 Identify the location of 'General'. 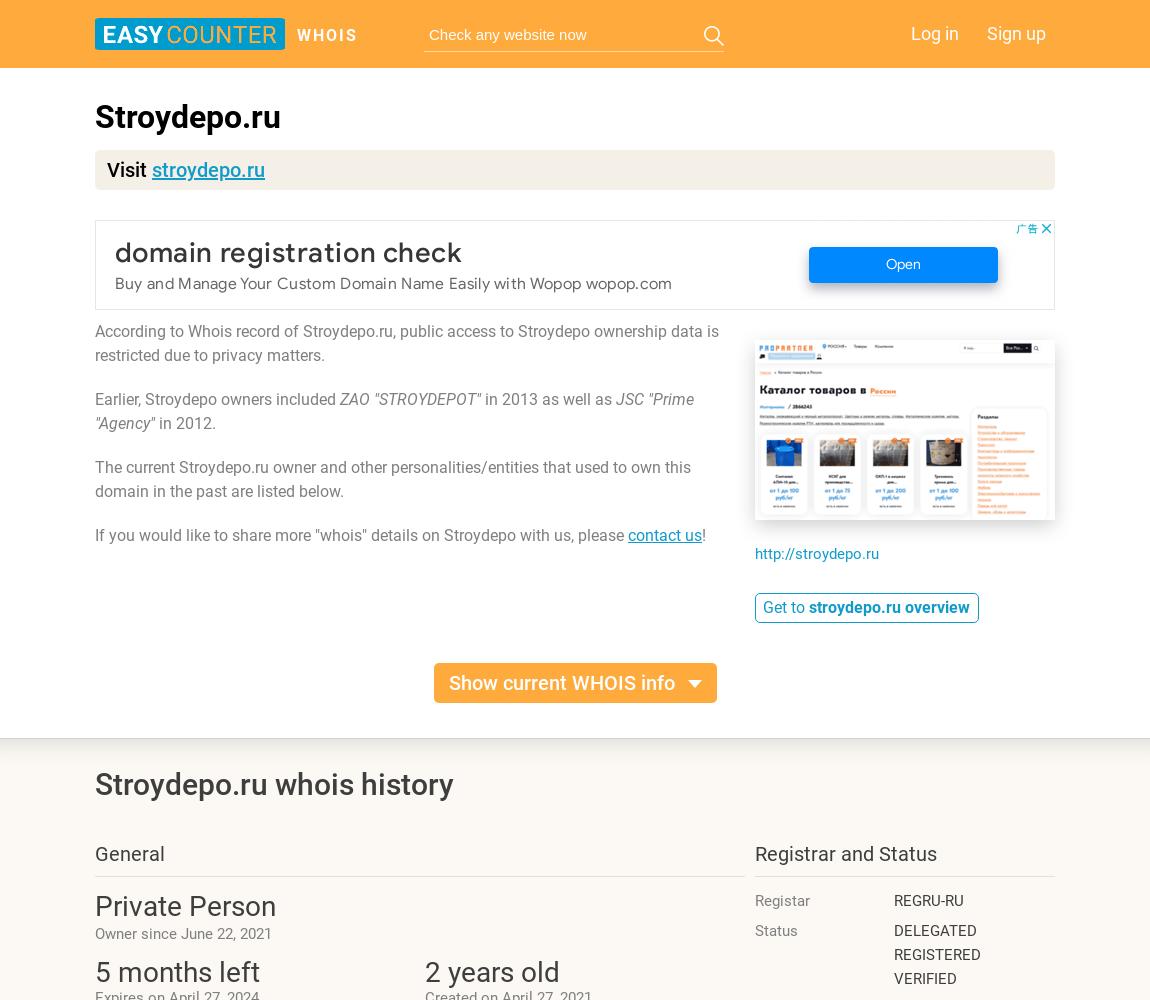
(128, 853).